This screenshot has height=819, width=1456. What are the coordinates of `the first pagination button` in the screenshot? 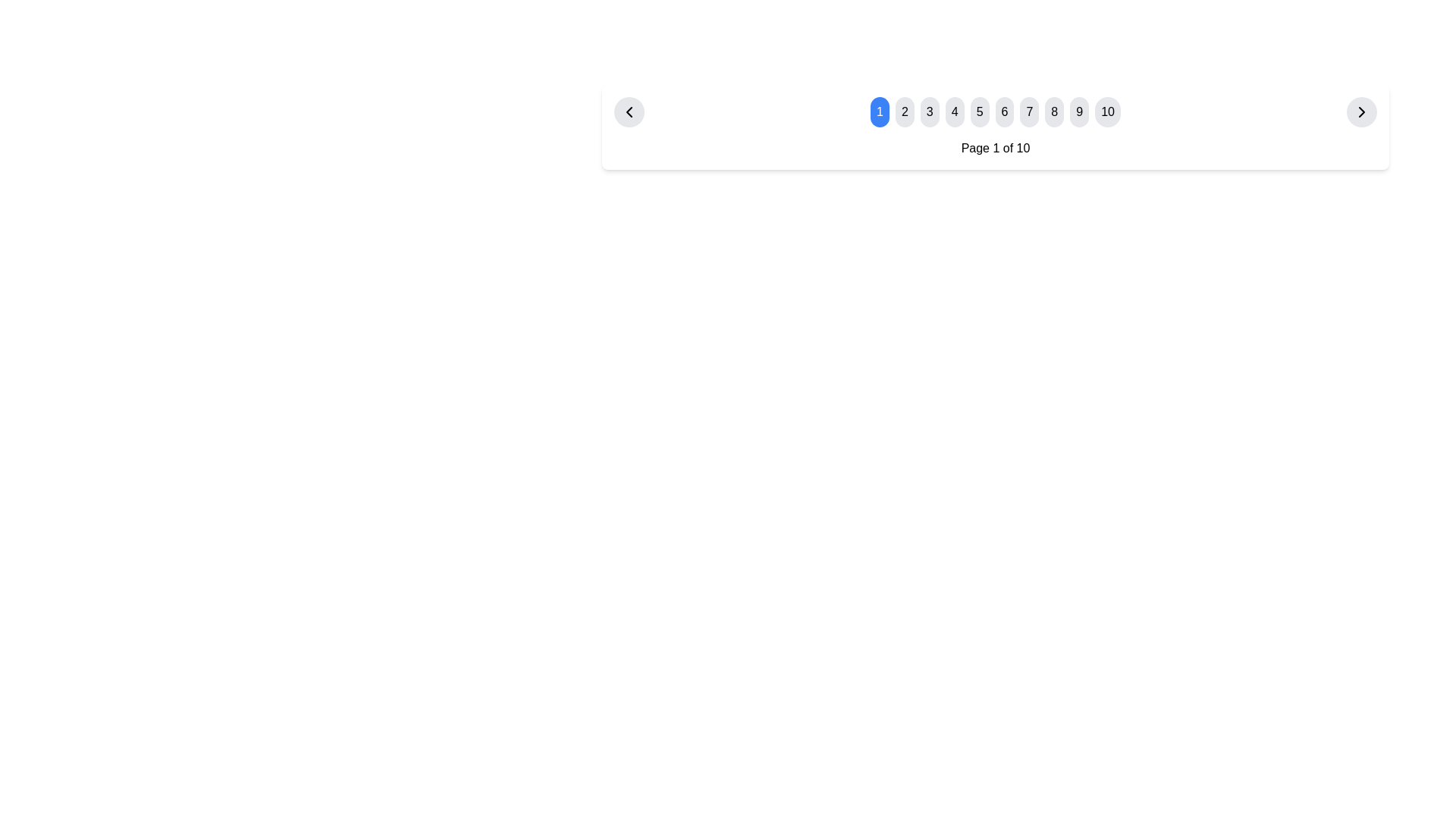 It's located at (880, 111).